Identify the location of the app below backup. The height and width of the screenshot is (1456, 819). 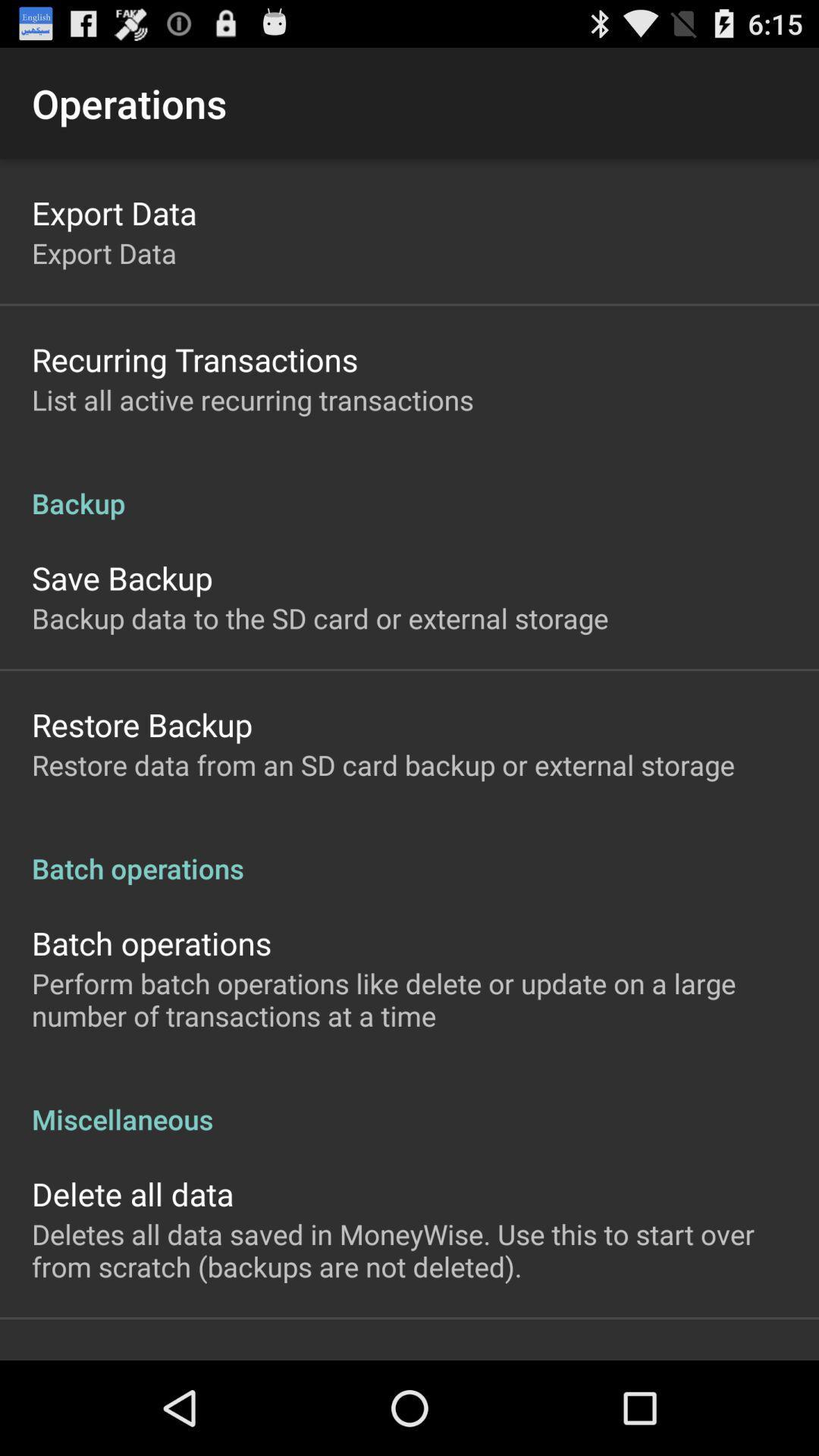
(121, 577).